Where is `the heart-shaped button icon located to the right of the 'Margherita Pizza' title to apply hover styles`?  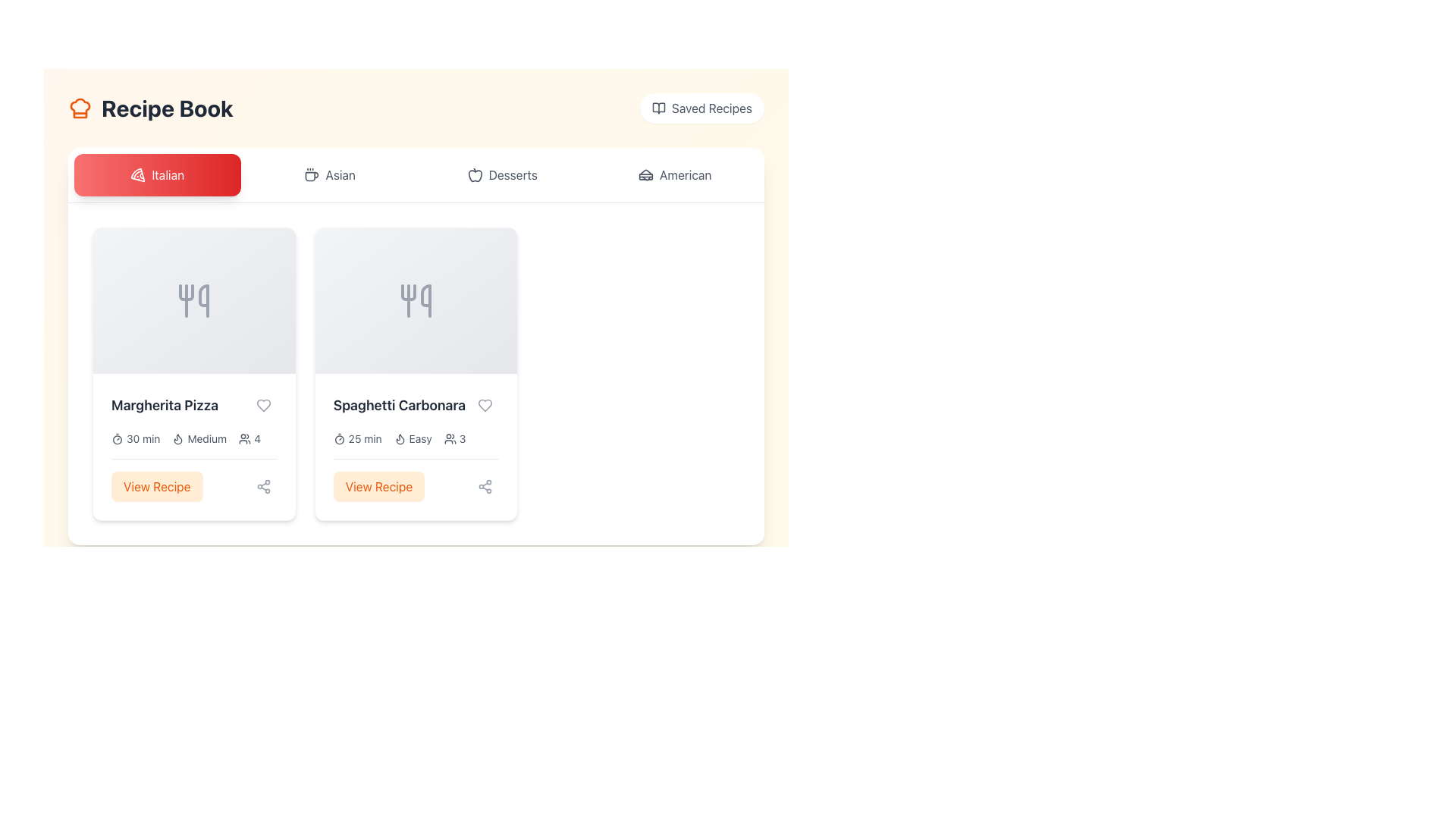 the heart-shaped button icon located to the right of the 'Margherita Pizza' title to apply hover styles is located at coordinates (263, 405).